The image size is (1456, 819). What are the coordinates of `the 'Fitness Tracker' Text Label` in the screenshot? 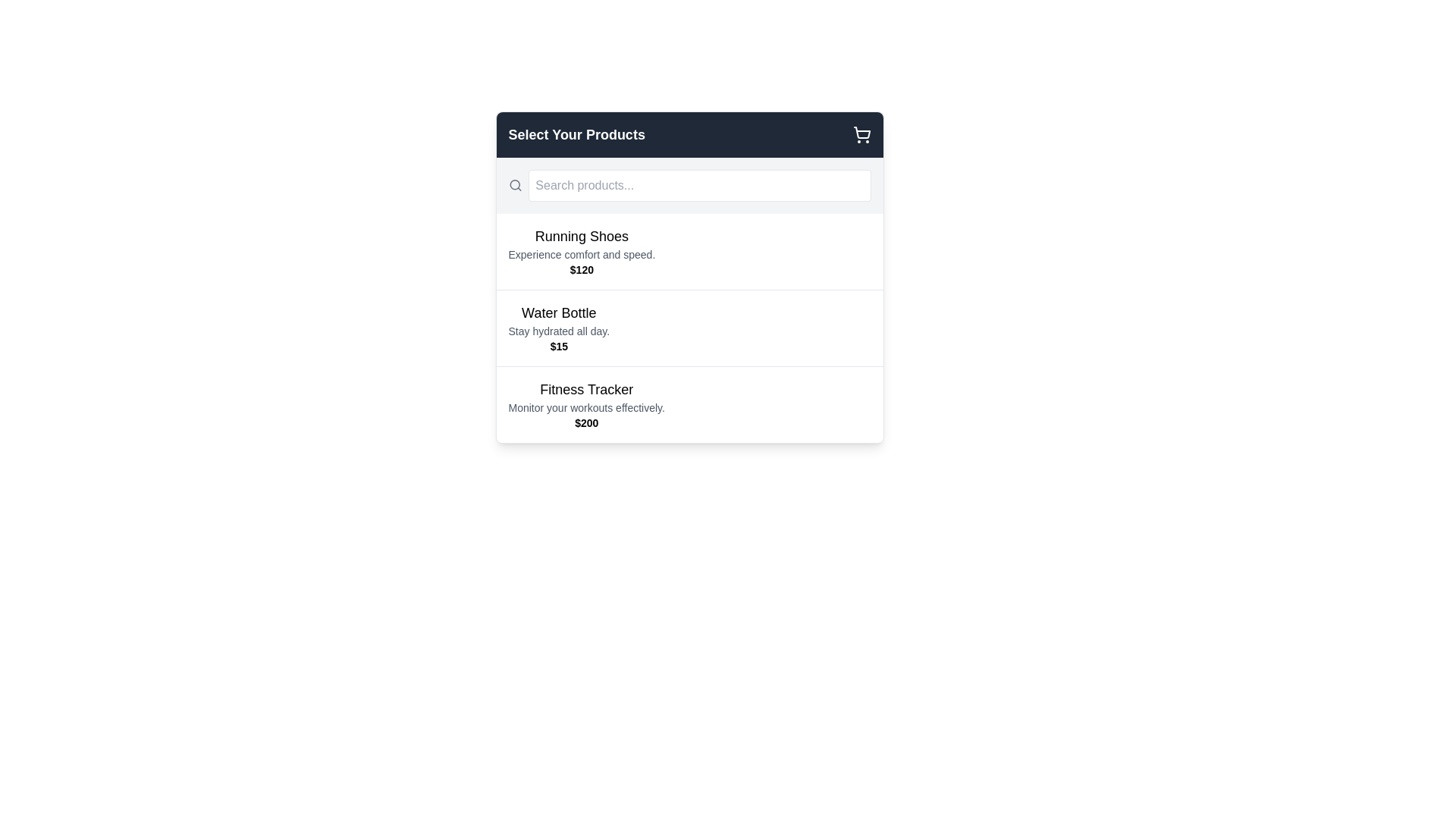 It's located at (585, 388).